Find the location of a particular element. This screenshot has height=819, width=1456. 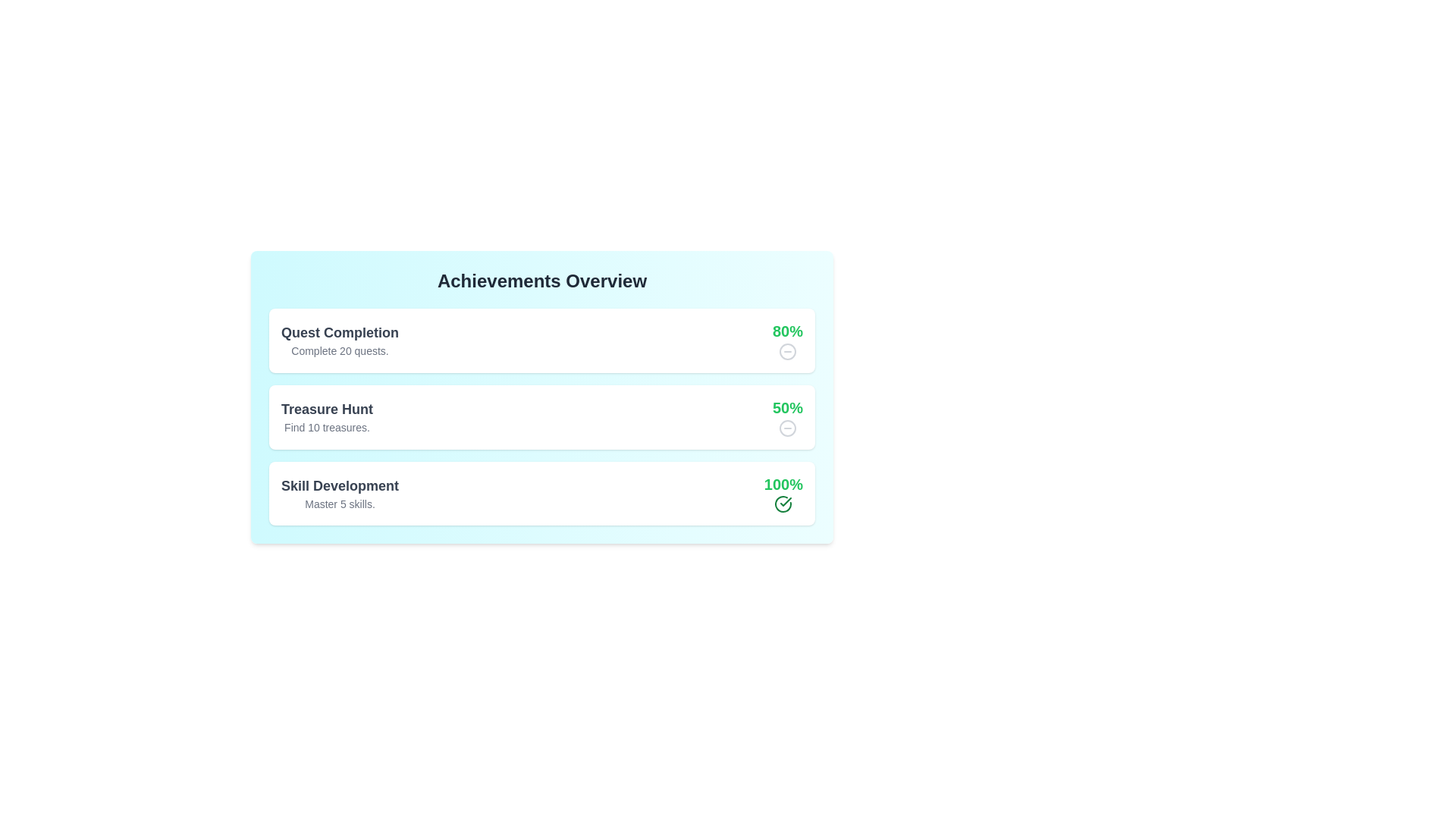

the Statistical indicator with the text '80%' and circular minus sign icon located in the top-right corner of the 'Quest Completion' section is located at coordinates (787, 340).